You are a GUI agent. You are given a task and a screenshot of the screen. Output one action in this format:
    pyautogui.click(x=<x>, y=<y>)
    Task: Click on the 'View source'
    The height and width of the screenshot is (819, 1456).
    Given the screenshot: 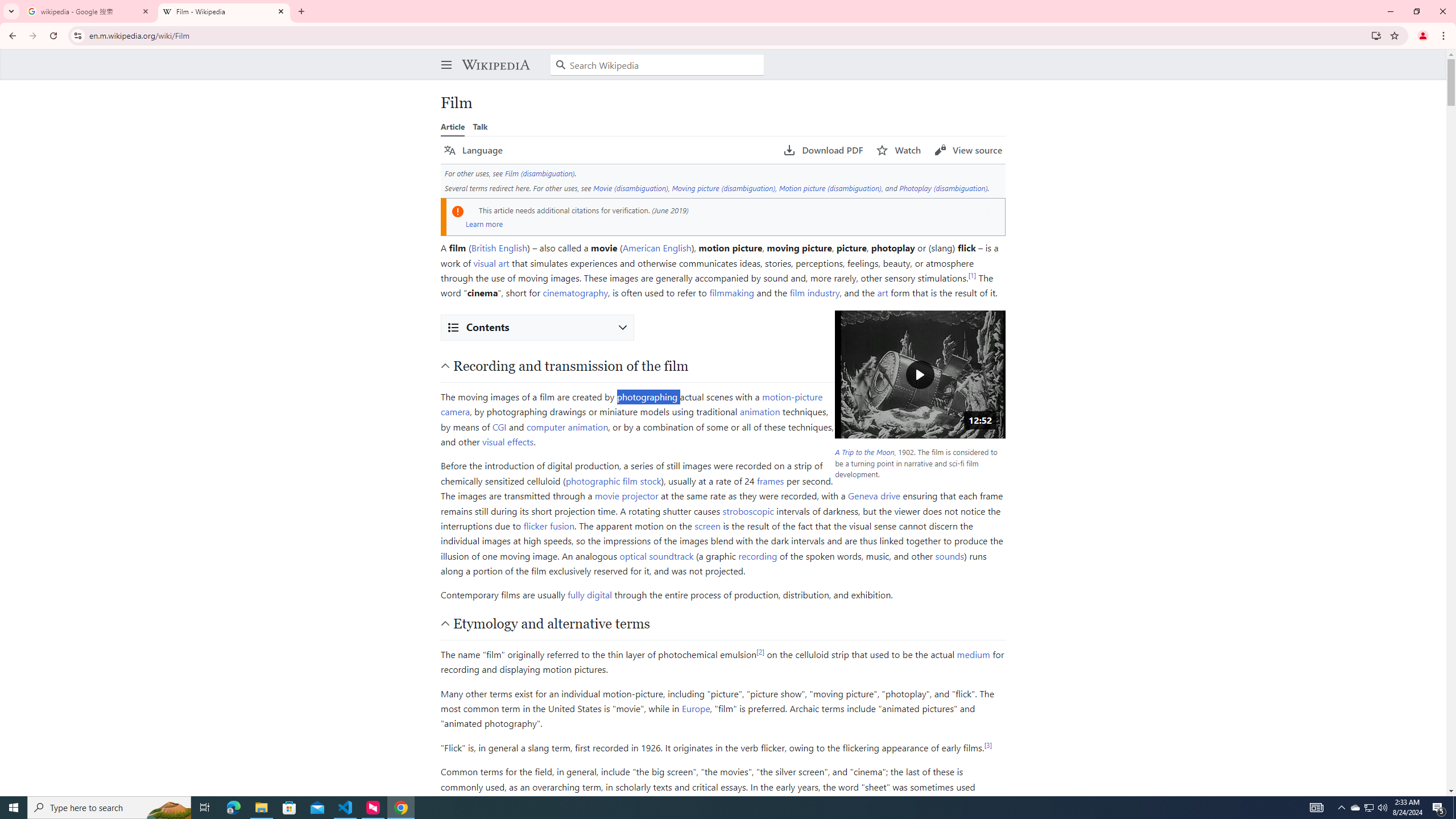 What is the action you would take?
    pyautogui.click(x=967, y=150)
    